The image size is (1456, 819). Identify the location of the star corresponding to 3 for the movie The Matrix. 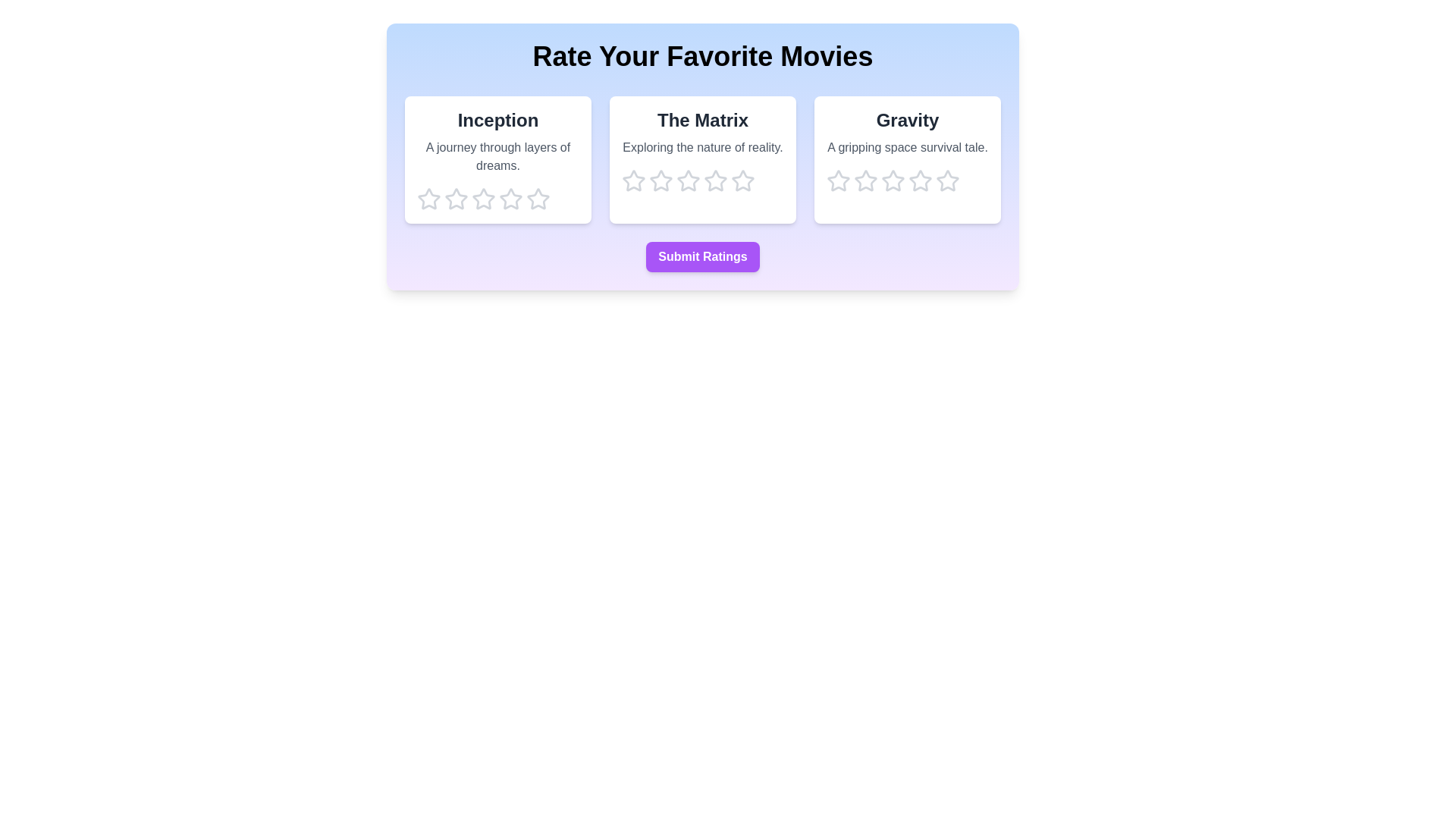
(687, 180).